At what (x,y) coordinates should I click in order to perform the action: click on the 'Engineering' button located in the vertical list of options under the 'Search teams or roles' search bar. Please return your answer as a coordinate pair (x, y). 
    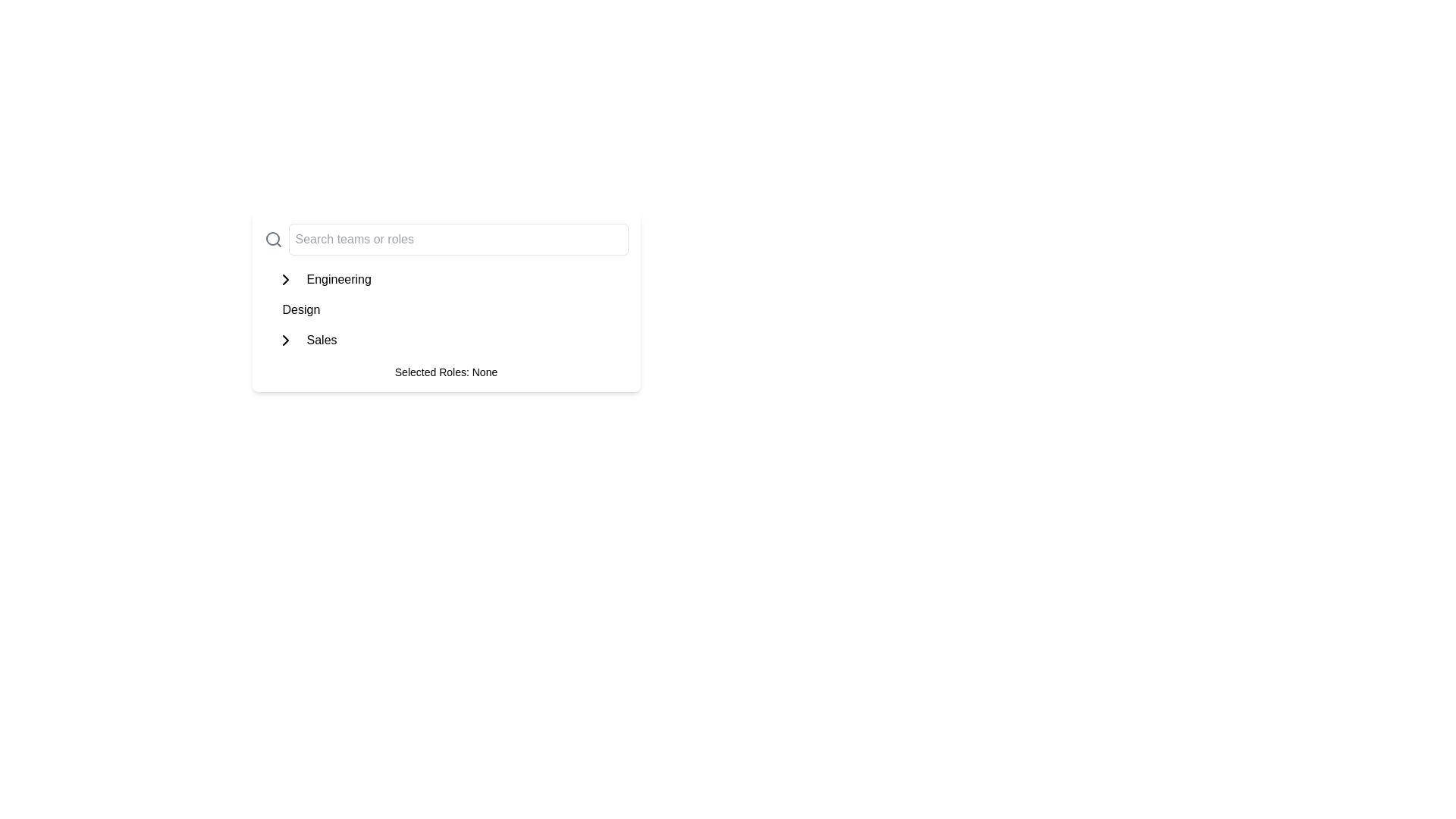
    Looking at the image, I should click on (463, 280).